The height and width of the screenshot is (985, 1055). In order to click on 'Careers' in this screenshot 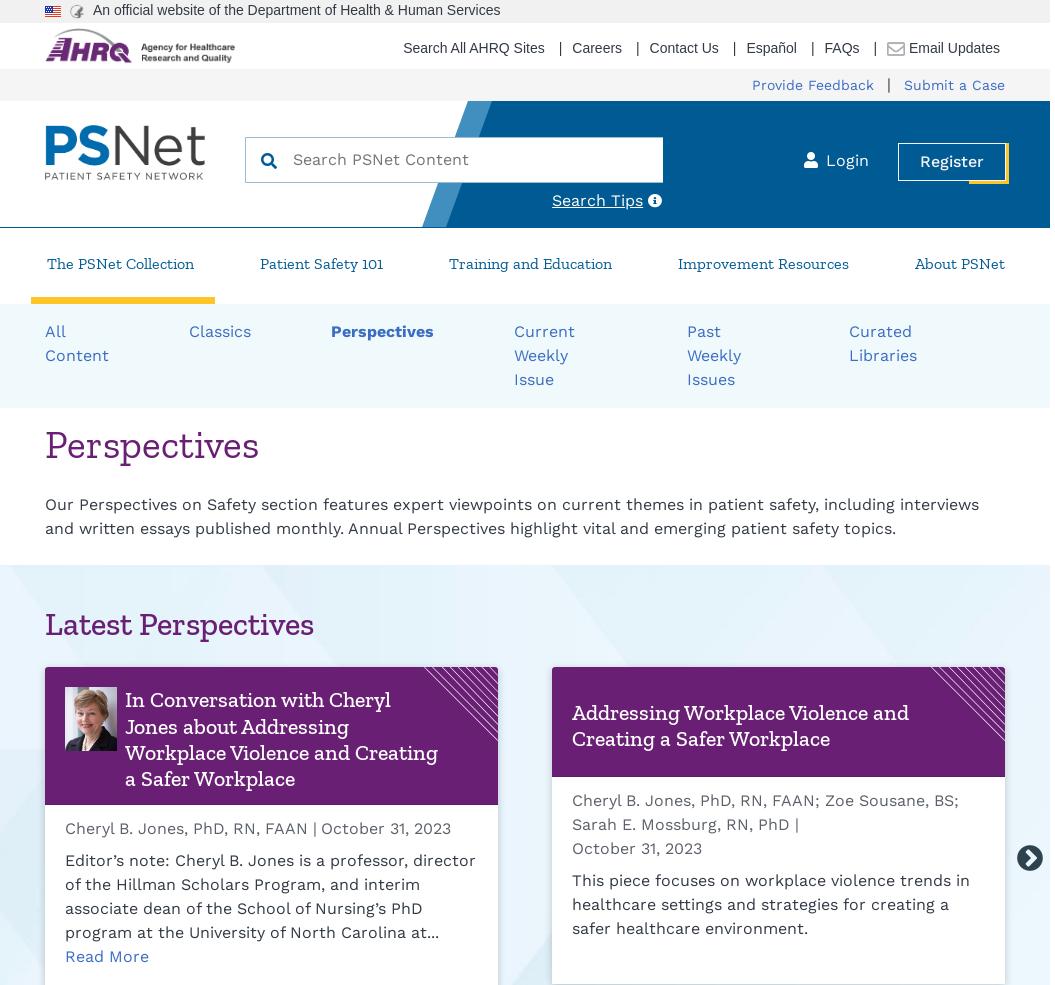, I will do `click(597, 46)`.